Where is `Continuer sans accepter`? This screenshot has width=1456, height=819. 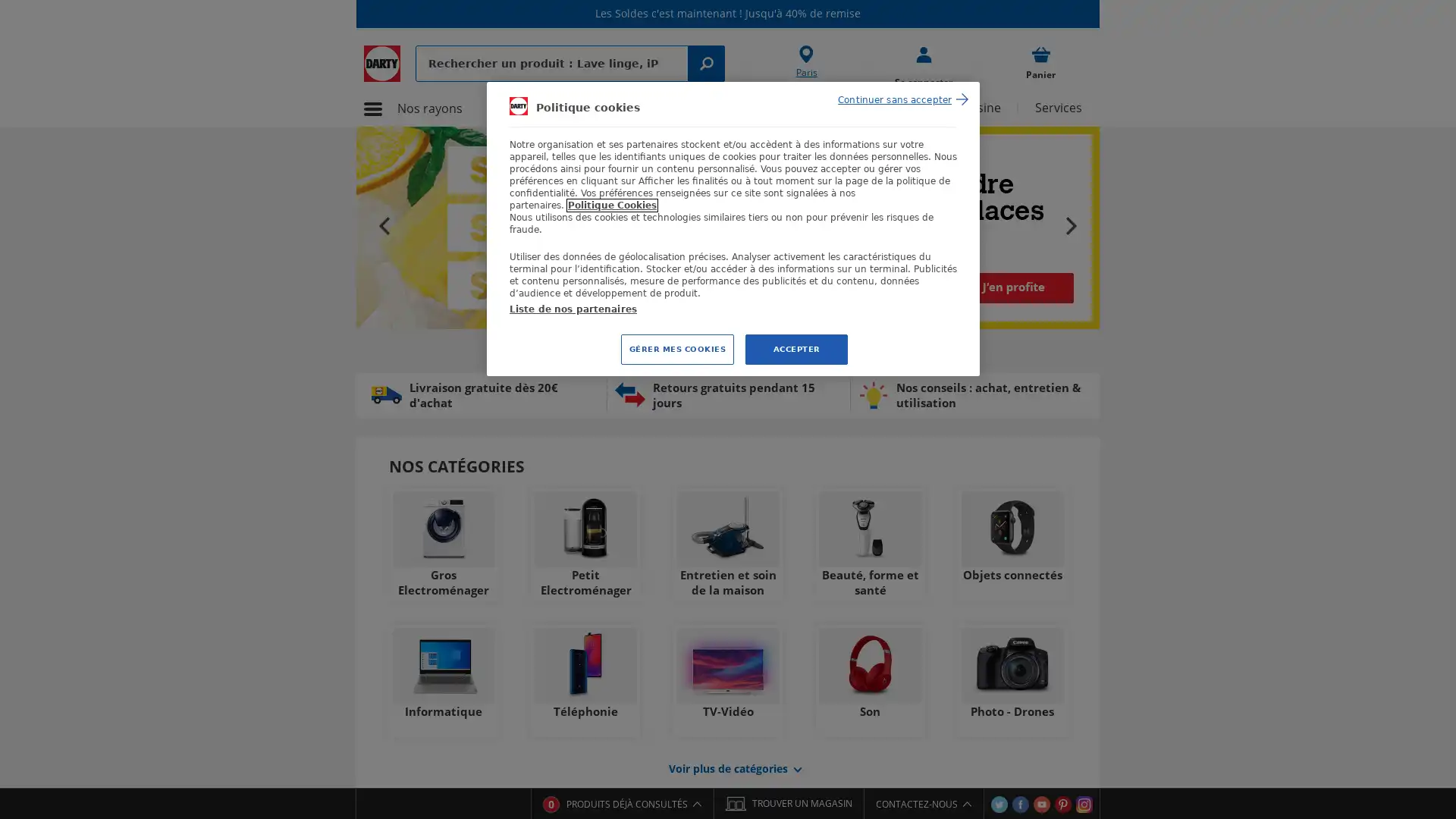 Continuer sans accepter is located at coordinates (902, 101).